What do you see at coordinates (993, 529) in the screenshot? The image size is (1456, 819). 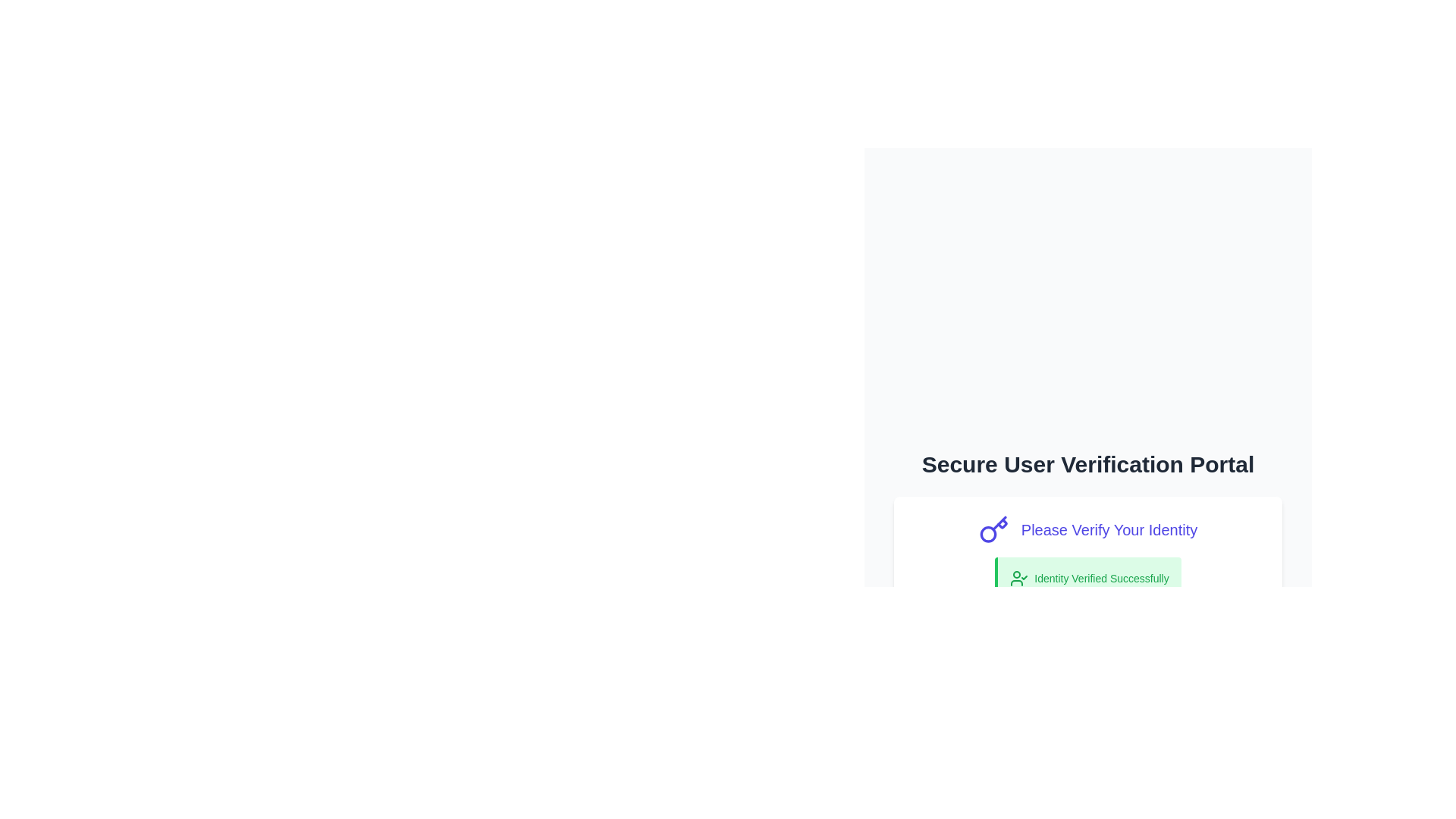 I see `the decorative icon associated with the text 'Please Verify Your Identity' located to the left of the text` at bounding box center [993, 529].